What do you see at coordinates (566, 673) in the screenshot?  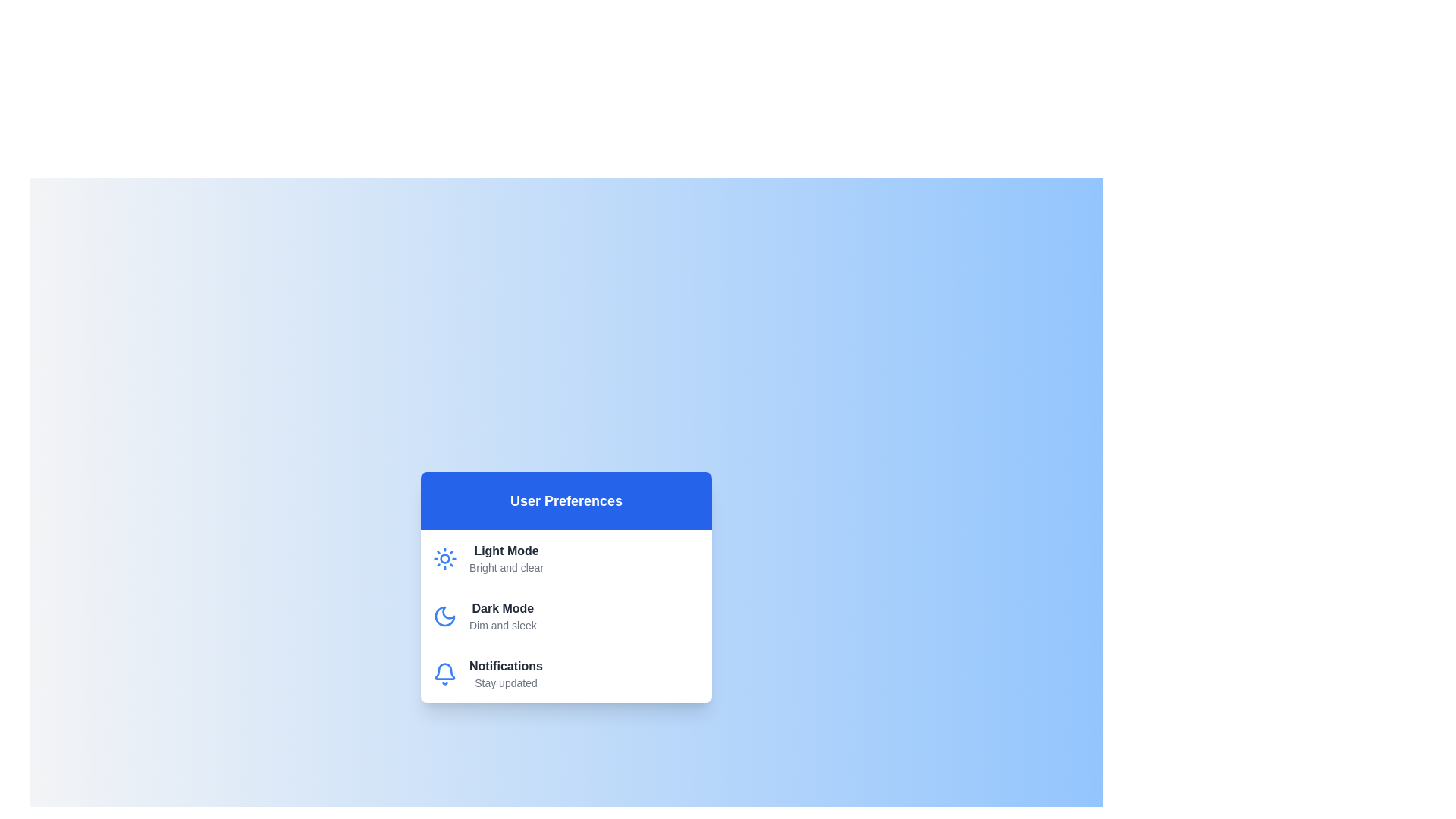 I see `the theme Notifications to observe the hover effect` at bounding box center [566, 673].